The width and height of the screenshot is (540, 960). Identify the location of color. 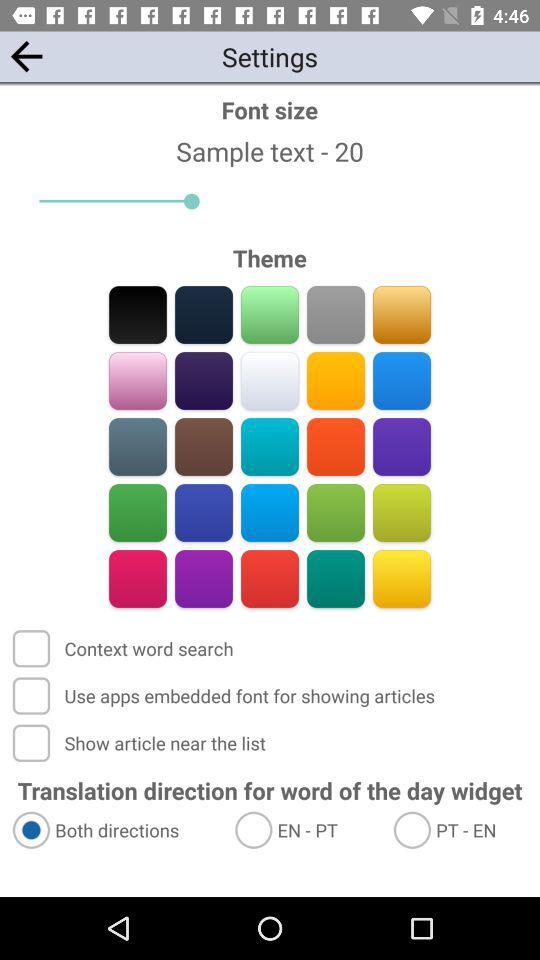
(401, 578).